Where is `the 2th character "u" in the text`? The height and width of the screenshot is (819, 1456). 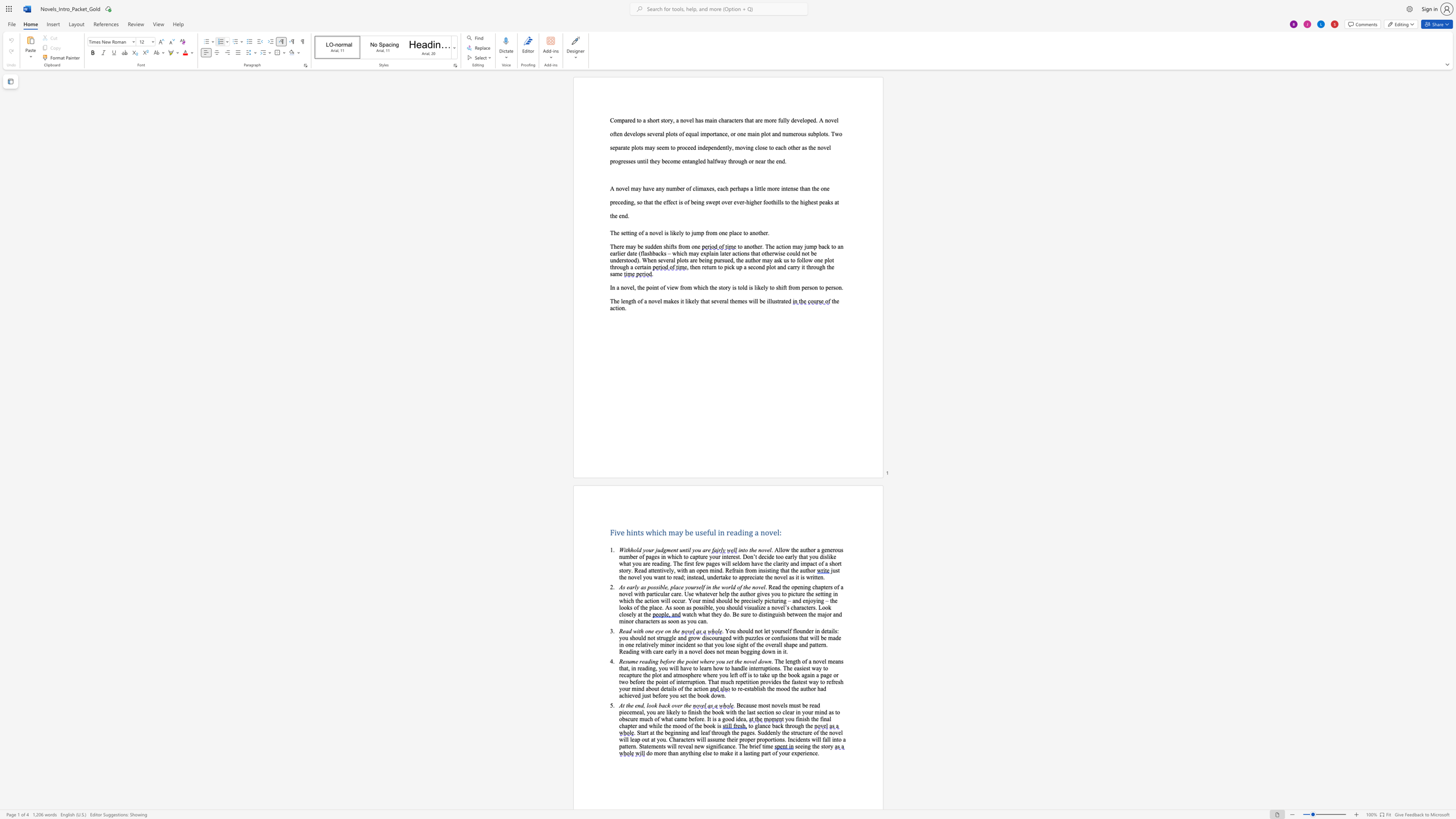 the 2th character "u" in the text is located at coordinates (656, 688).